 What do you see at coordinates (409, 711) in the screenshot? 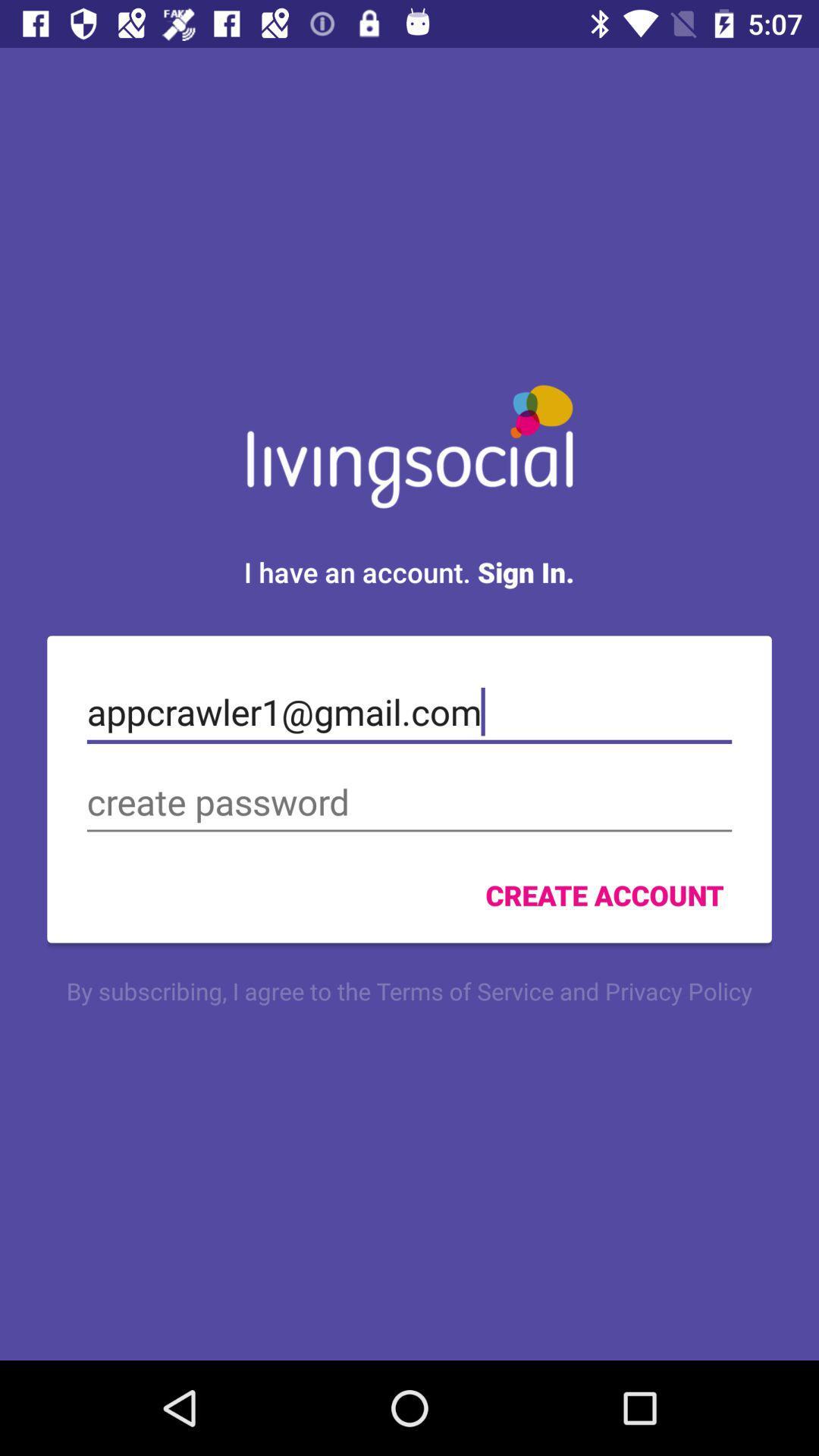
I see `the appcrawler1@gmail.com icon` at bounding box center [409, 711].